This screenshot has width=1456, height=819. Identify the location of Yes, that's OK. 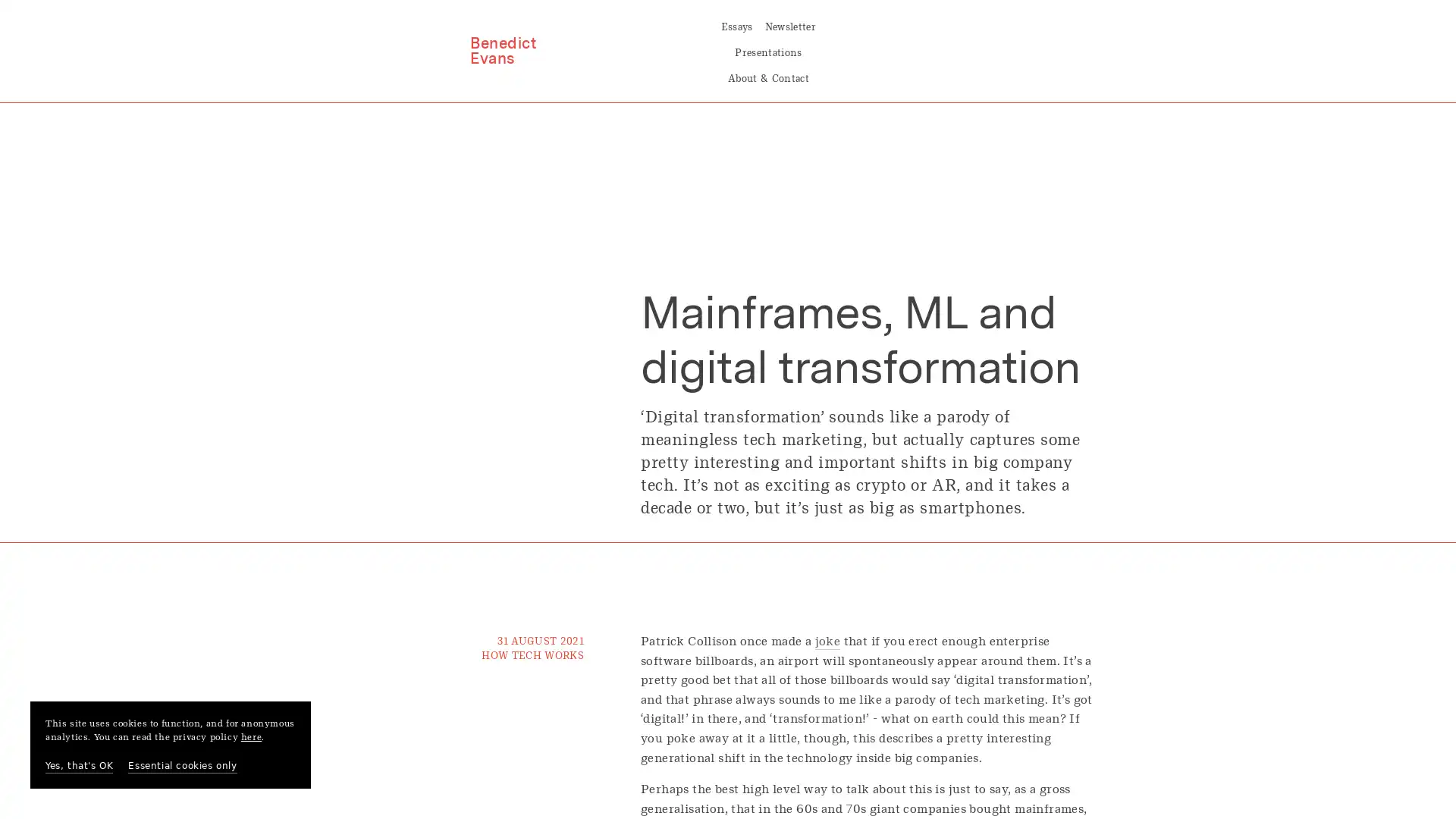
(78, 766).